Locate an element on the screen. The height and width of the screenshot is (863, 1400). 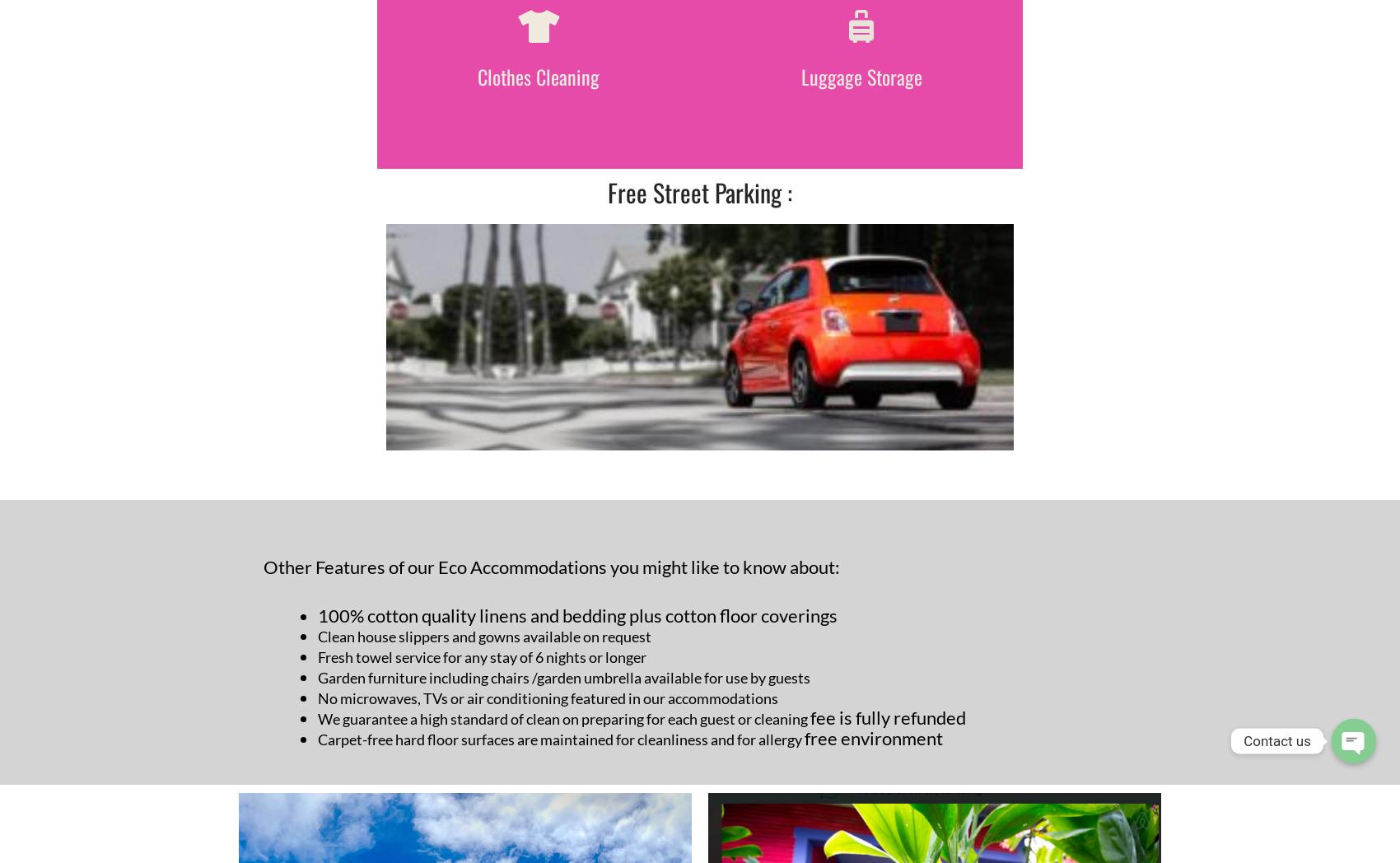
'free environment' is located at coordinates (872, 737).